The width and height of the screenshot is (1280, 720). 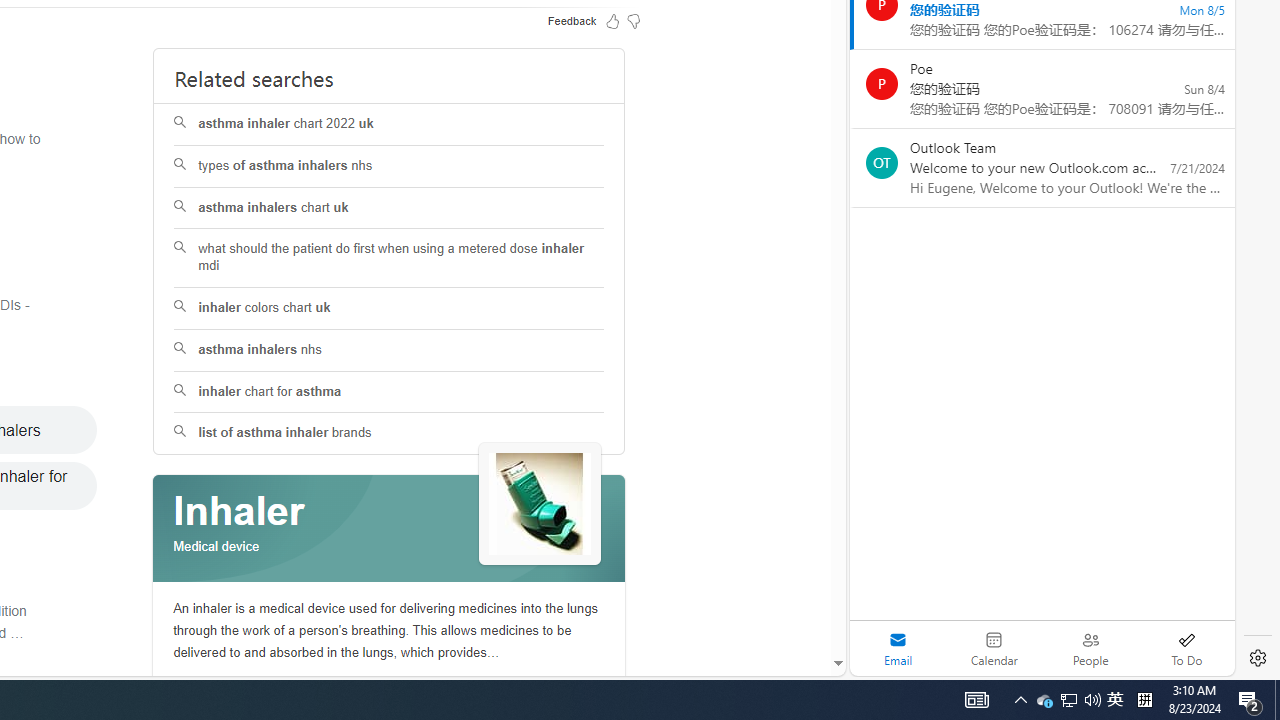 I want to click on 'Feedback Dislike', so click(x=633, y=20).